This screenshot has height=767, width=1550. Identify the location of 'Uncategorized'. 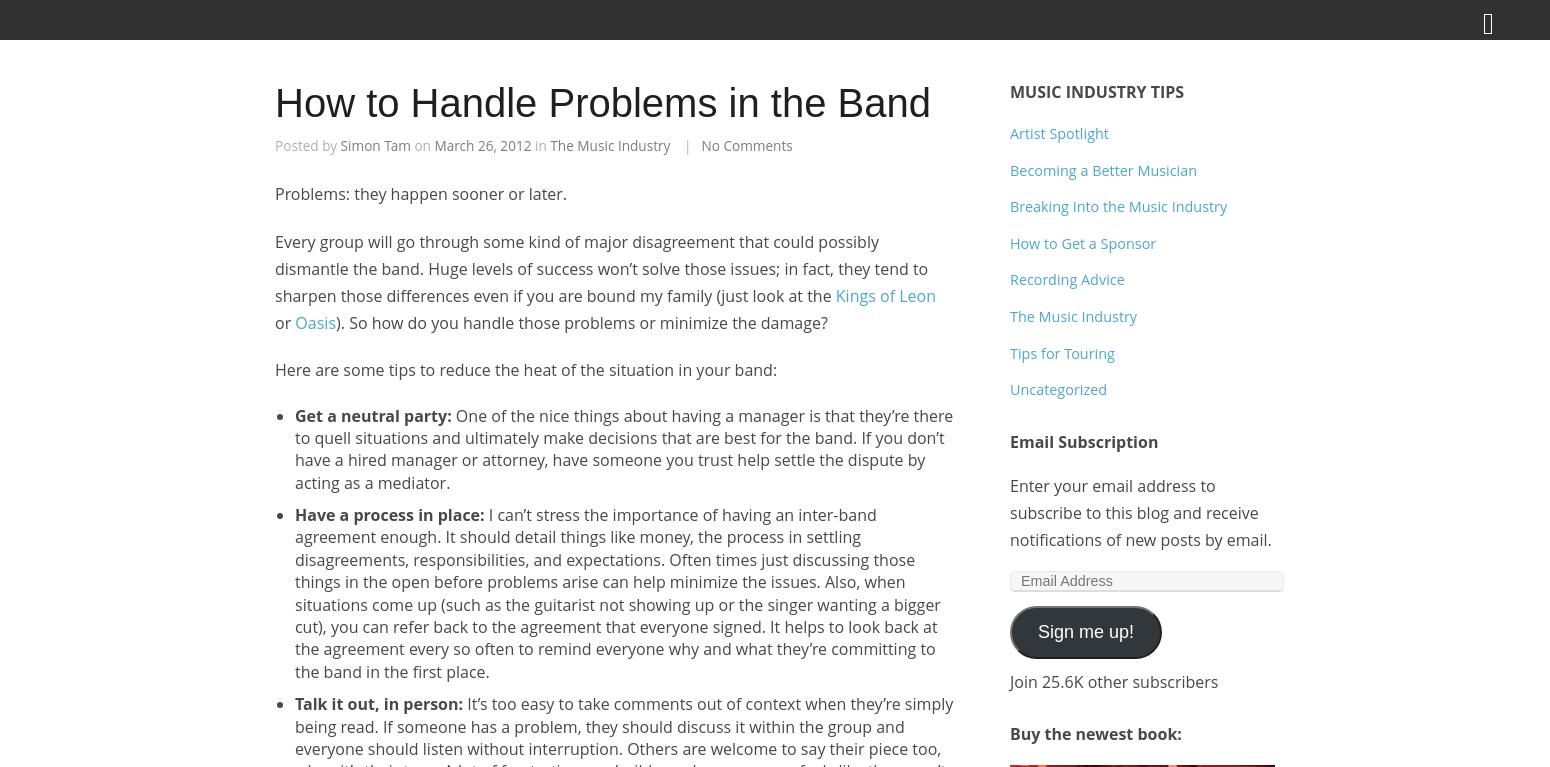
(1058, 389).